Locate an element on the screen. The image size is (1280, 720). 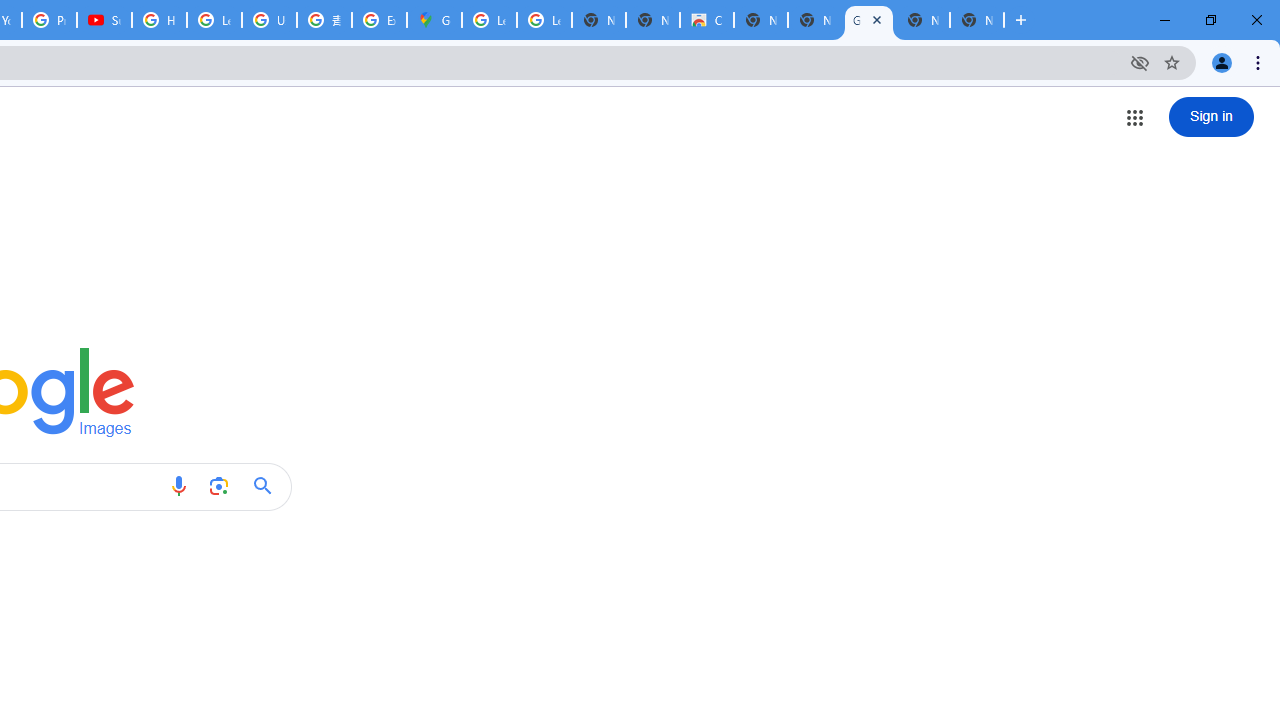
'How Chrome protects your passwords - Google Chrome Help' is located at coordinates (158, 20).